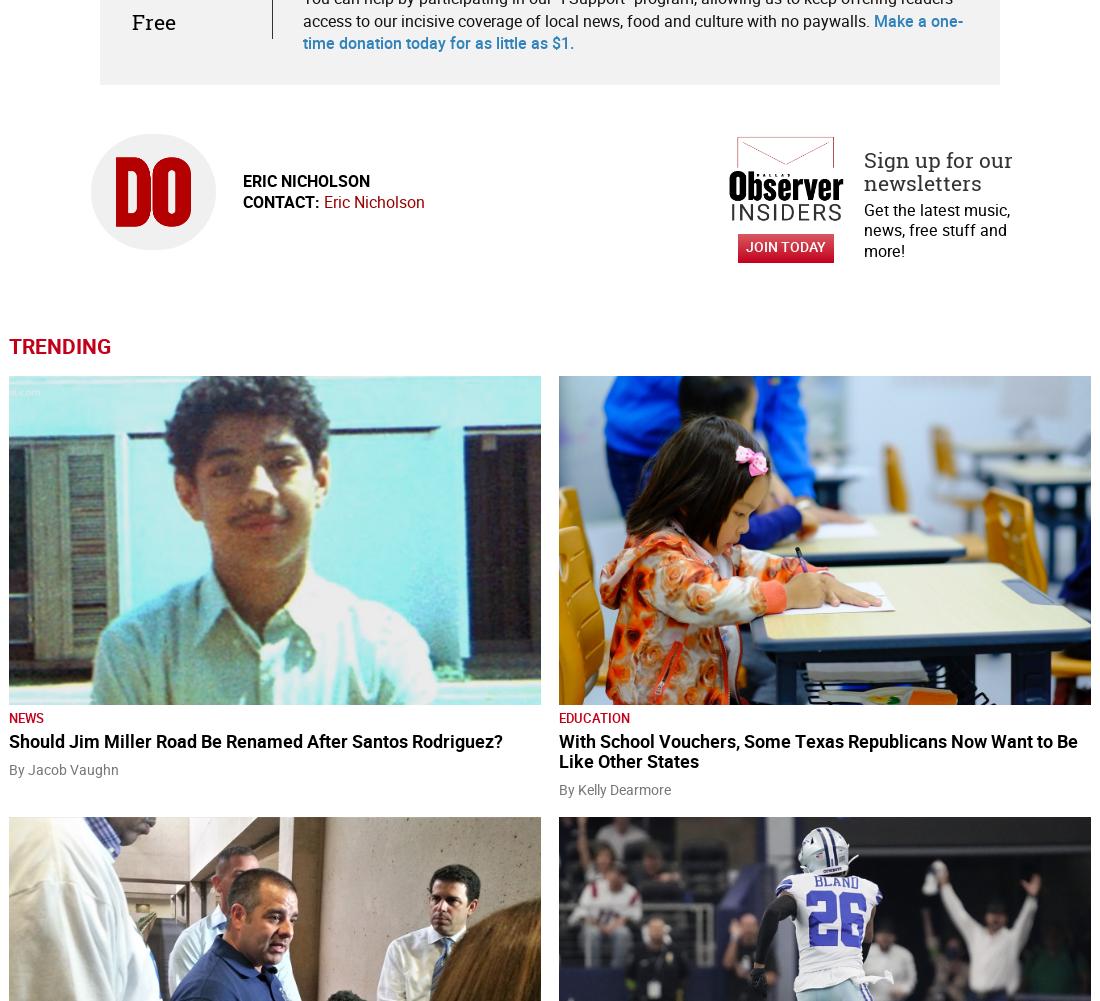 The width and height of the screenshot is (1100, 1001). Describe the element at coordinates (744, 246) in the screenshot. I see `'Join Today'` at that location.